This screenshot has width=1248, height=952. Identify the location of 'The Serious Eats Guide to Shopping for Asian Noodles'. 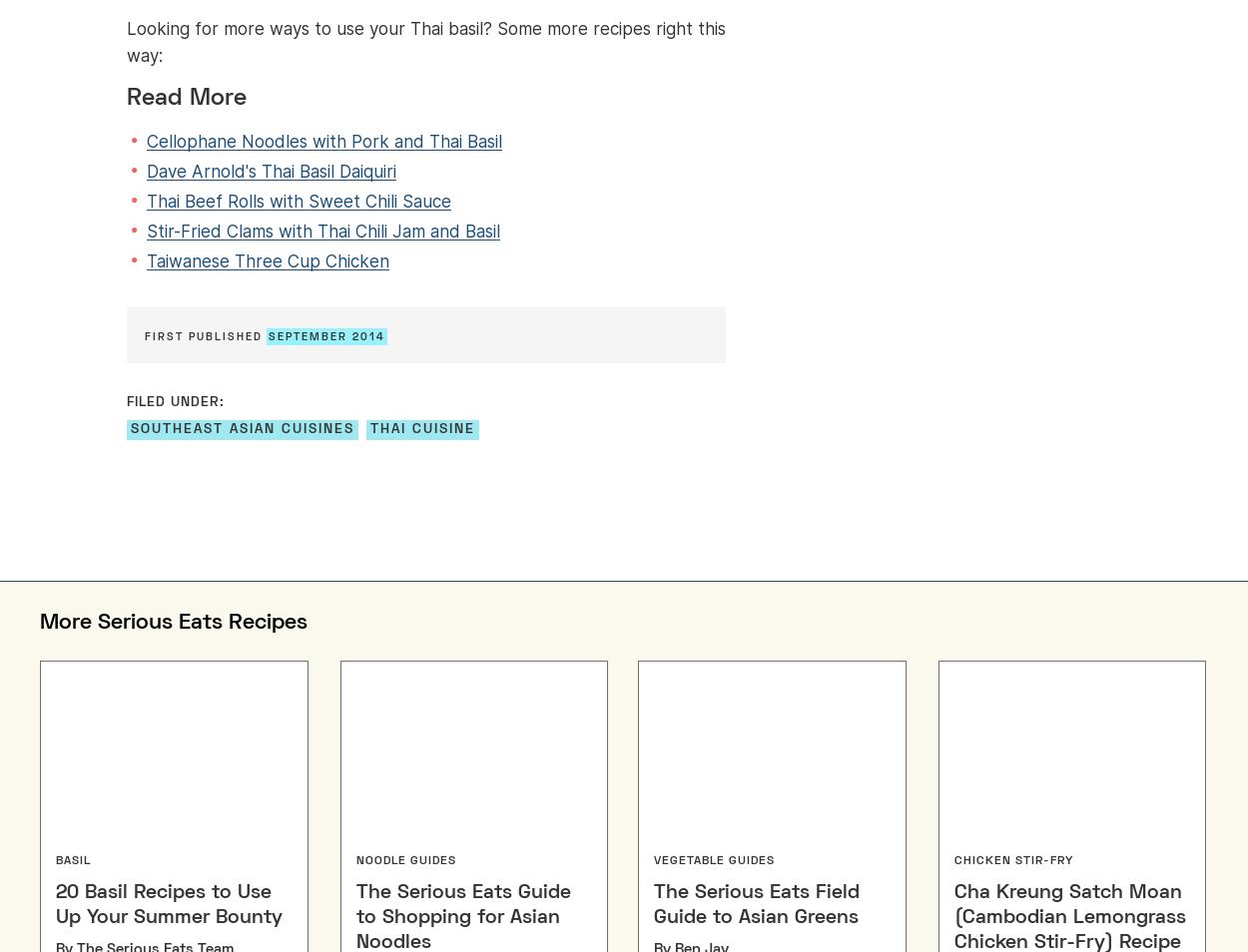
(461, 916).